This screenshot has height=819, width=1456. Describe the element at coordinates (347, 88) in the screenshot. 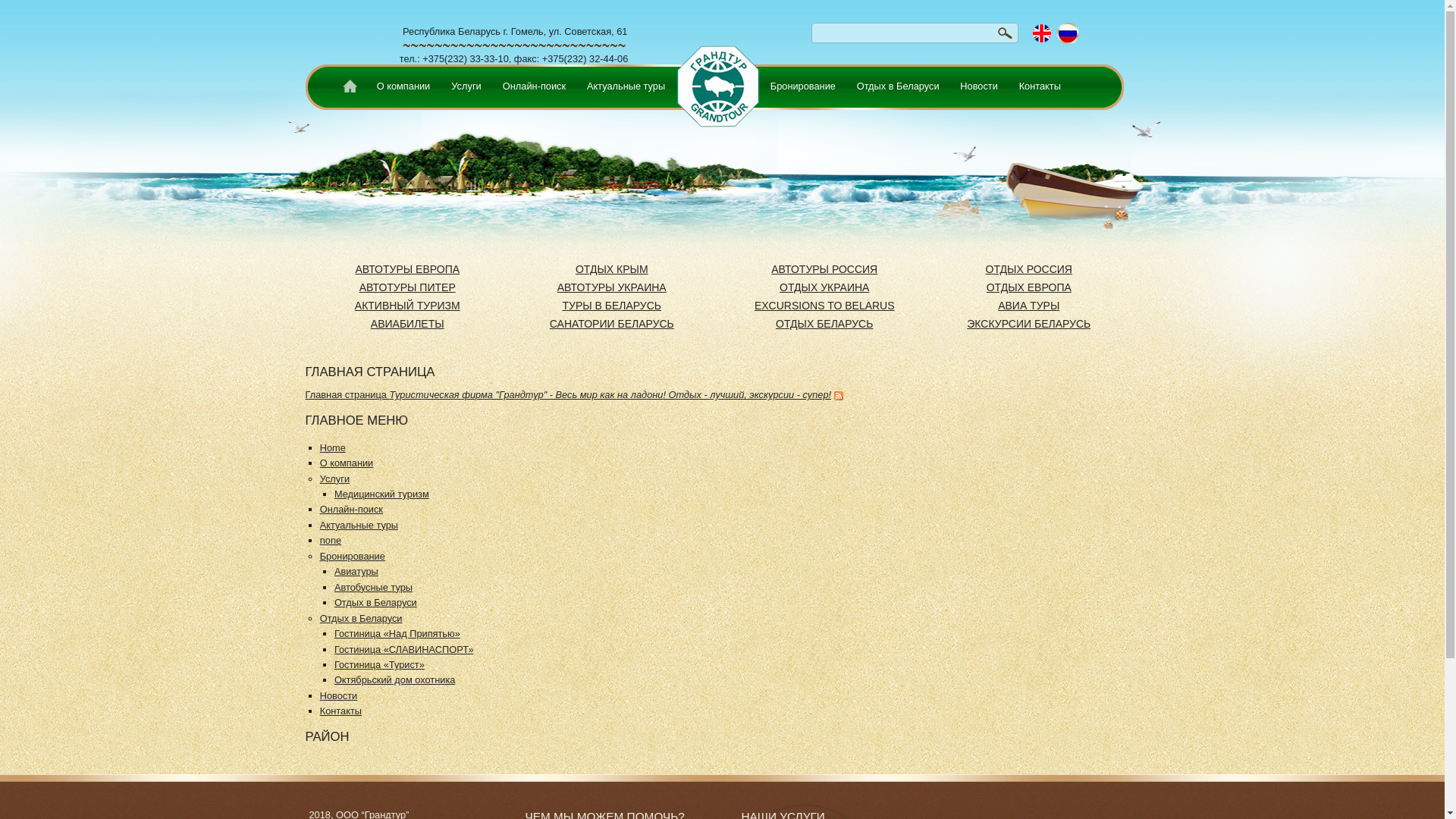

I see `'Home'` at that location.